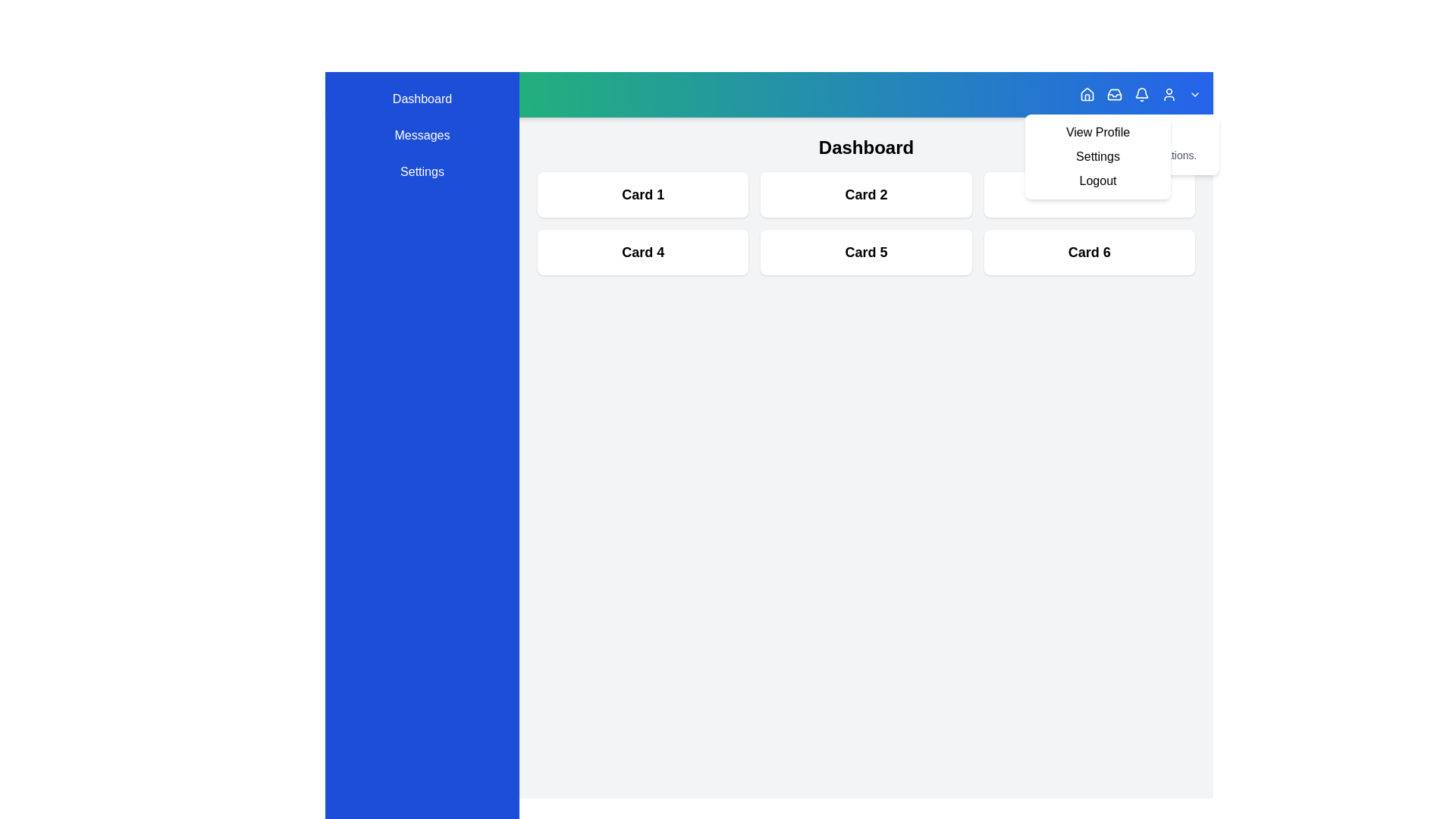 The width and height of the screenshot is (1456, 819). What do you see at coordinates (1098, 180) in the screenshot?
I see `the logout button in the dropdown menu` at bounding box center [1098, 180].